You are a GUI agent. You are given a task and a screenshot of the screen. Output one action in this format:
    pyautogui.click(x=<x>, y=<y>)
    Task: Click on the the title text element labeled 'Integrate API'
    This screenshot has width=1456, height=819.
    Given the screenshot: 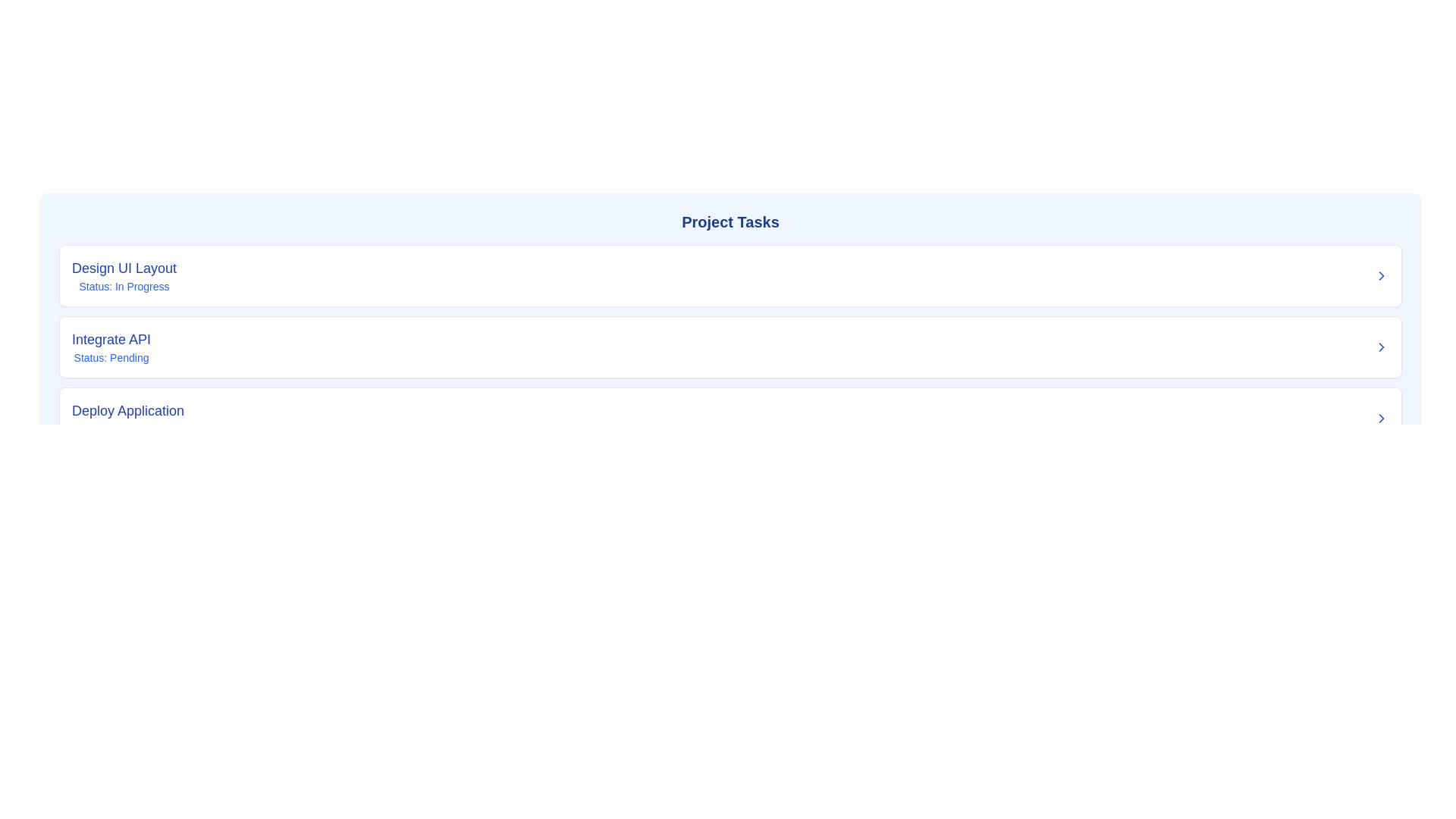 What is the action you would take?
    pyautogui.click(x=111, y=338)
    